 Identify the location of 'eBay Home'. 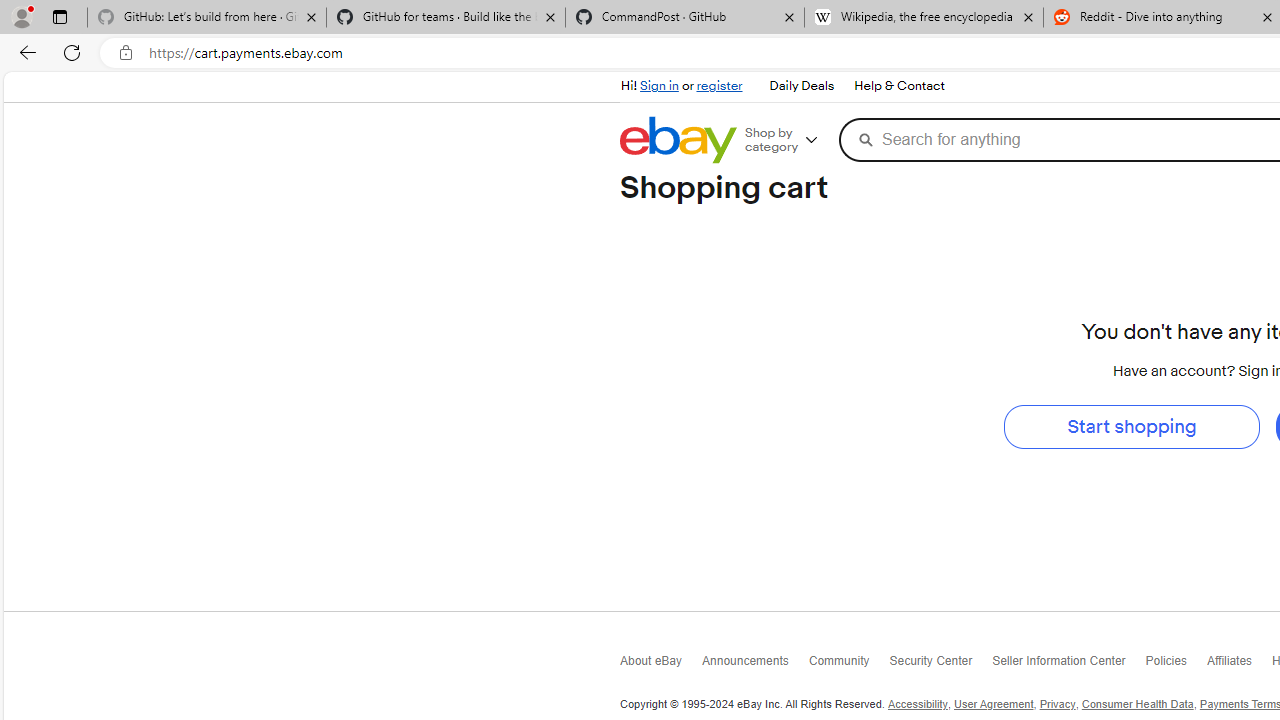
(678, 139).